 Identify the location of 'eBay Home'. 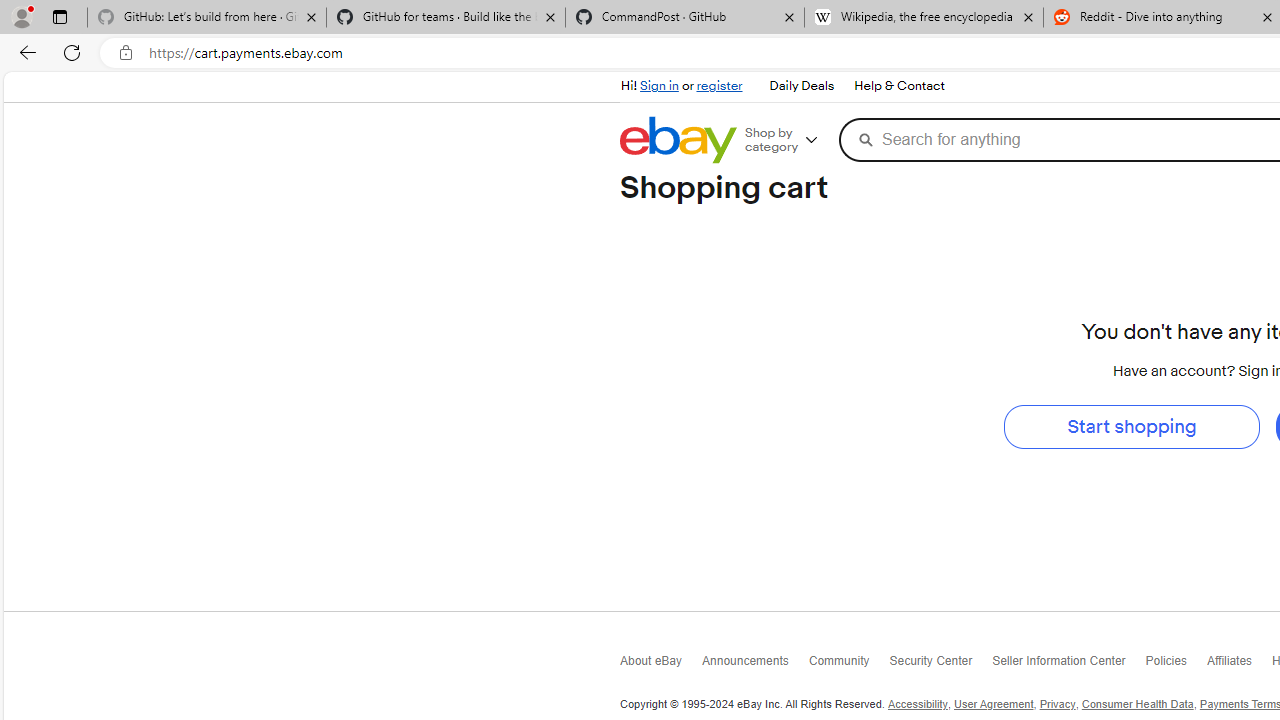
(678, 139).